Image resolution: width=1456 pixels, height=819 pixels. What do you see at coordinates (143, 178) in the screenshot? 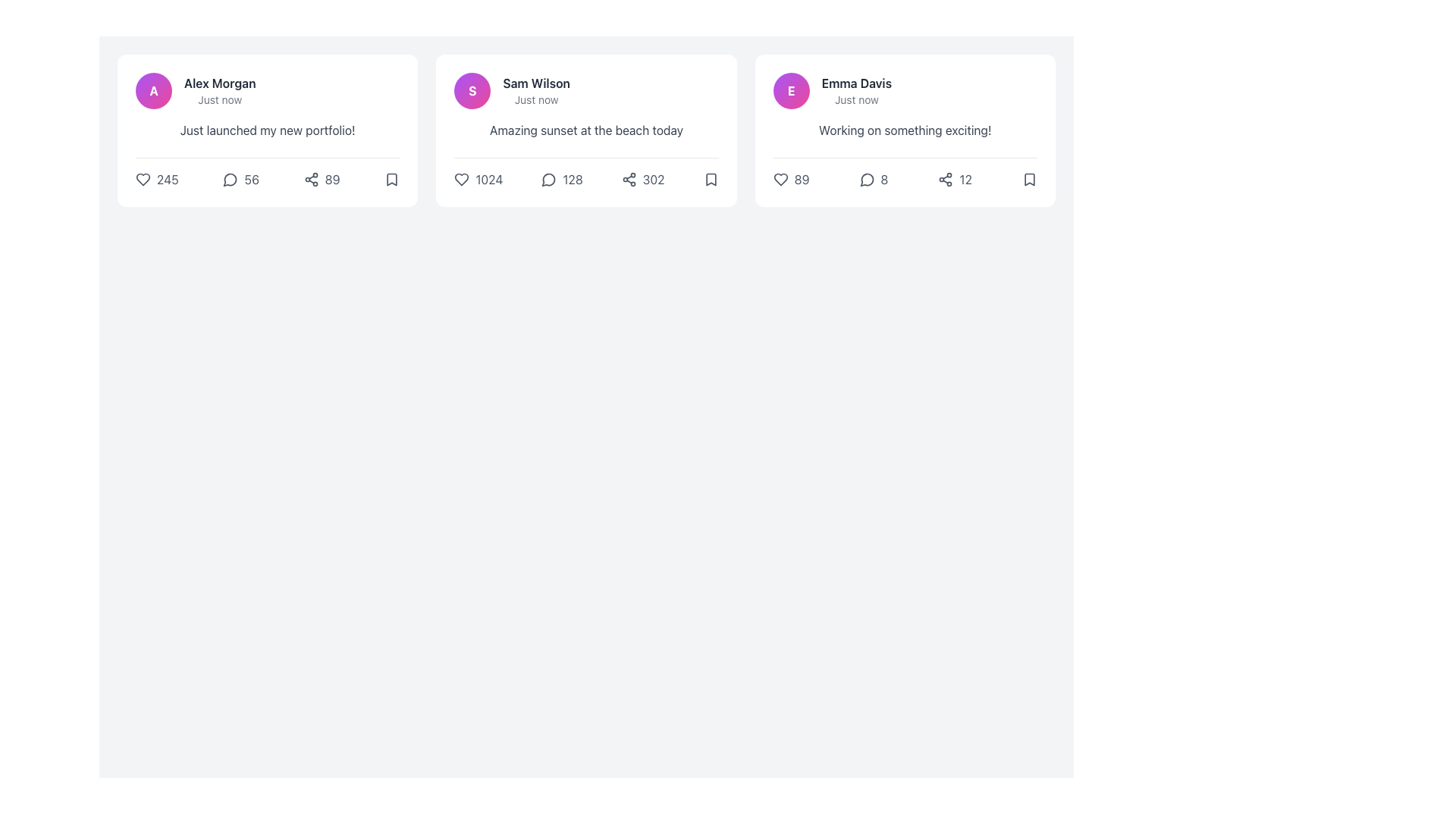
I see `the heart icon located in the bottom-left part of the content card to like the post` at bounding box center [143, 178].